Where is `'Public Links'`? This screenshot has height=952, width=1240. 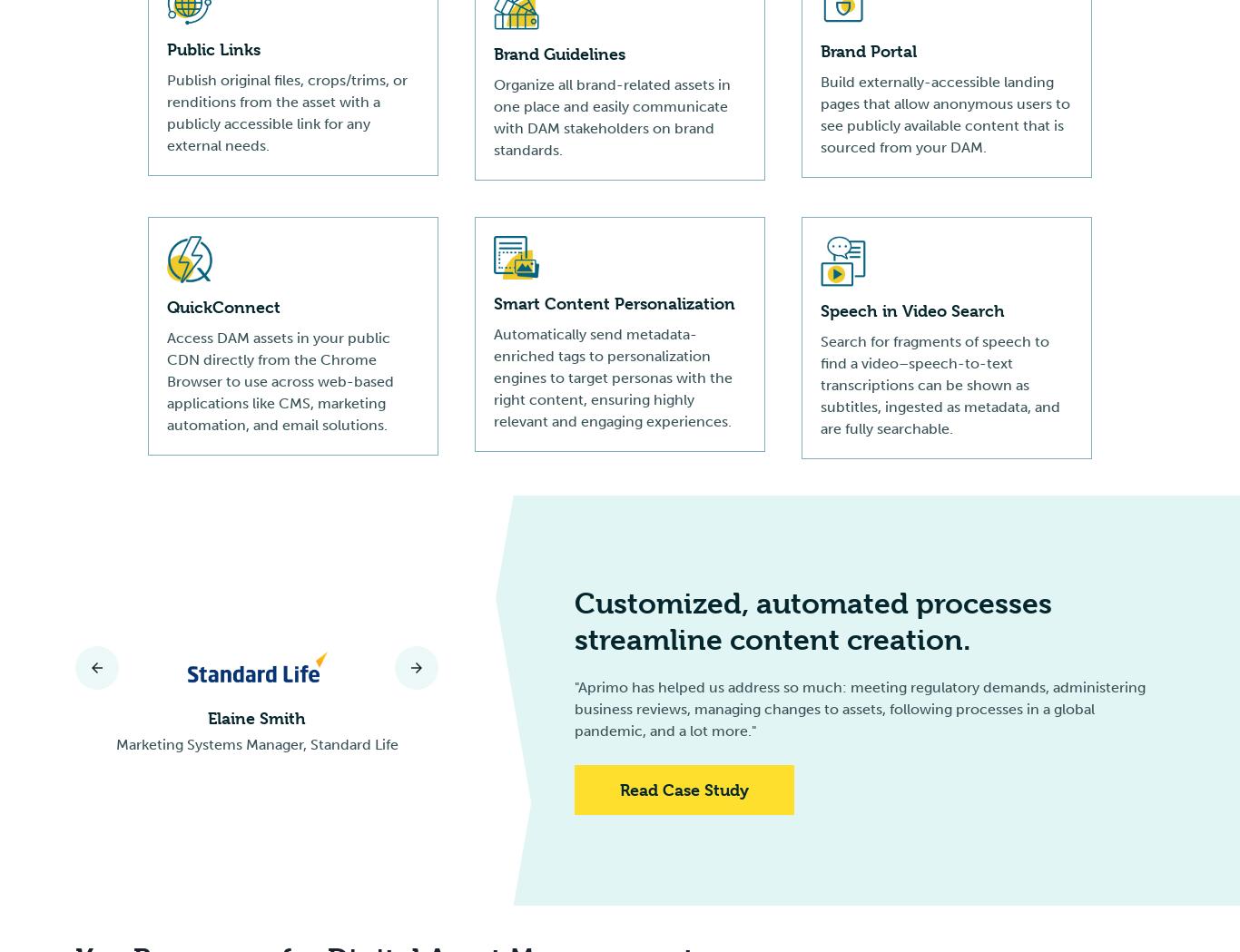 'Public Links' is located at coordinates (166, 49).